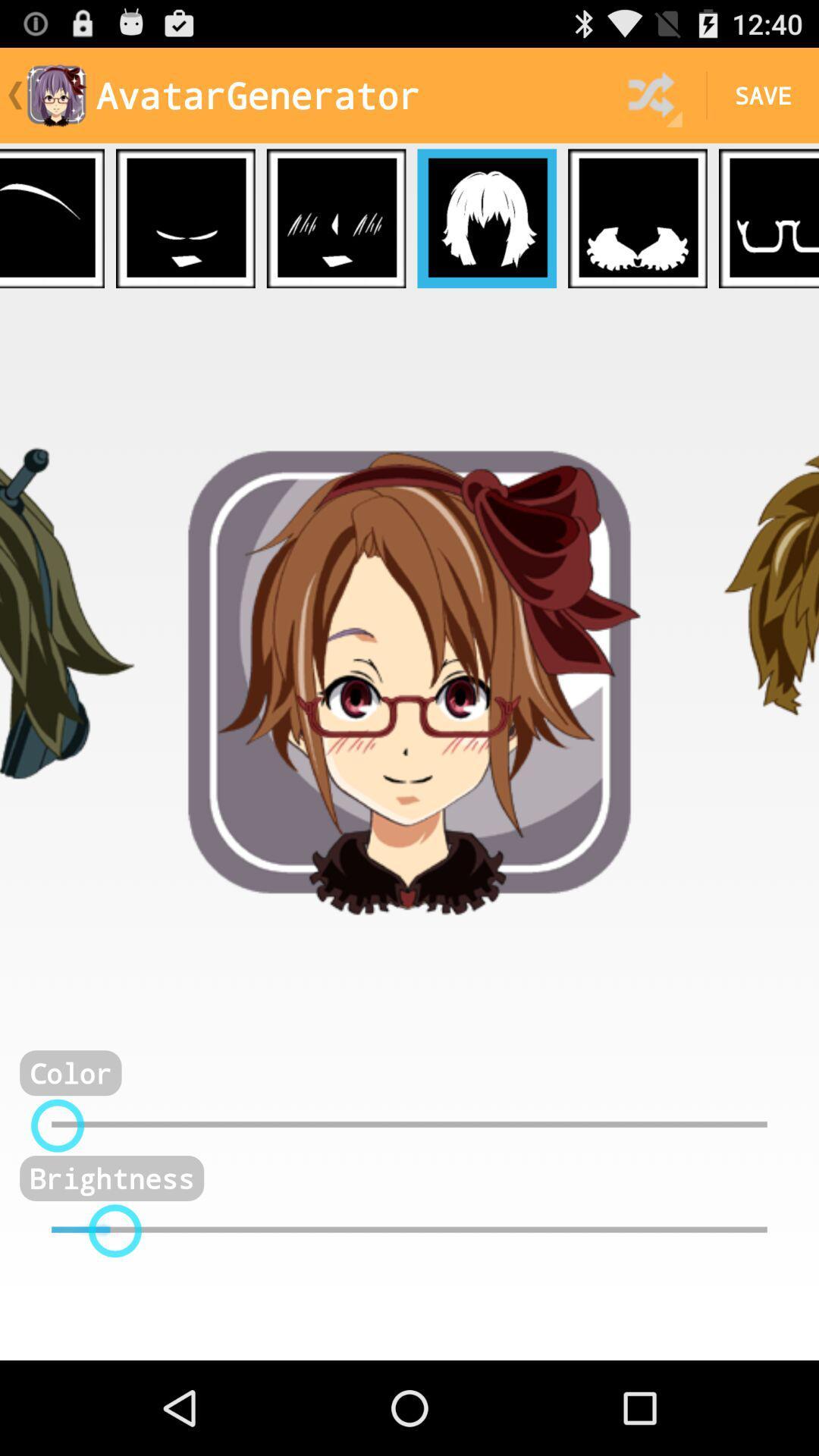 The width and height of the screenshot is (819, 1456). I want to click on apply this expression to avatar, so click(184, 218).